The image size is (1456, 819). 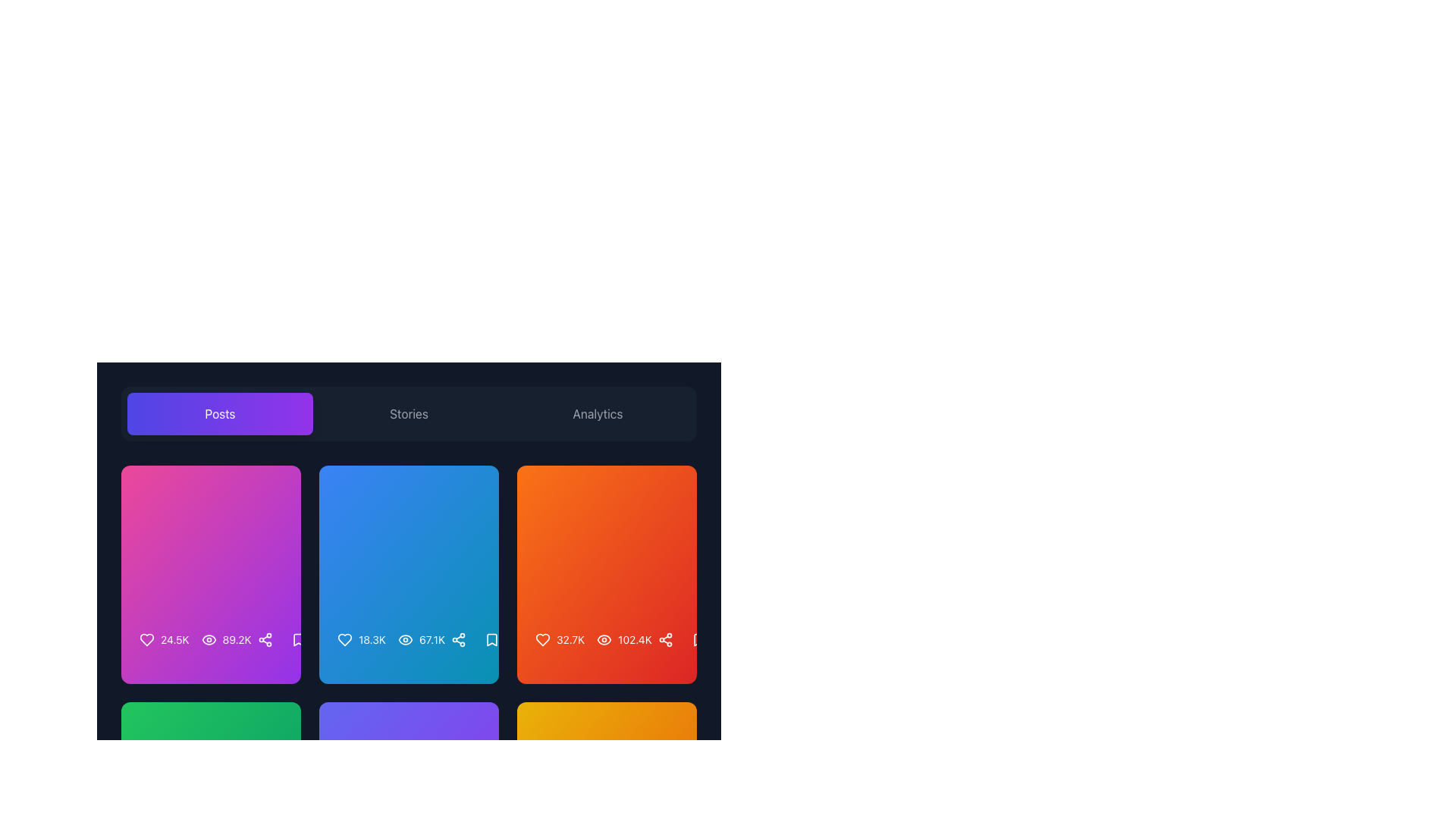 I want to click on the middle button in the header section, so click(x=409, y=414).